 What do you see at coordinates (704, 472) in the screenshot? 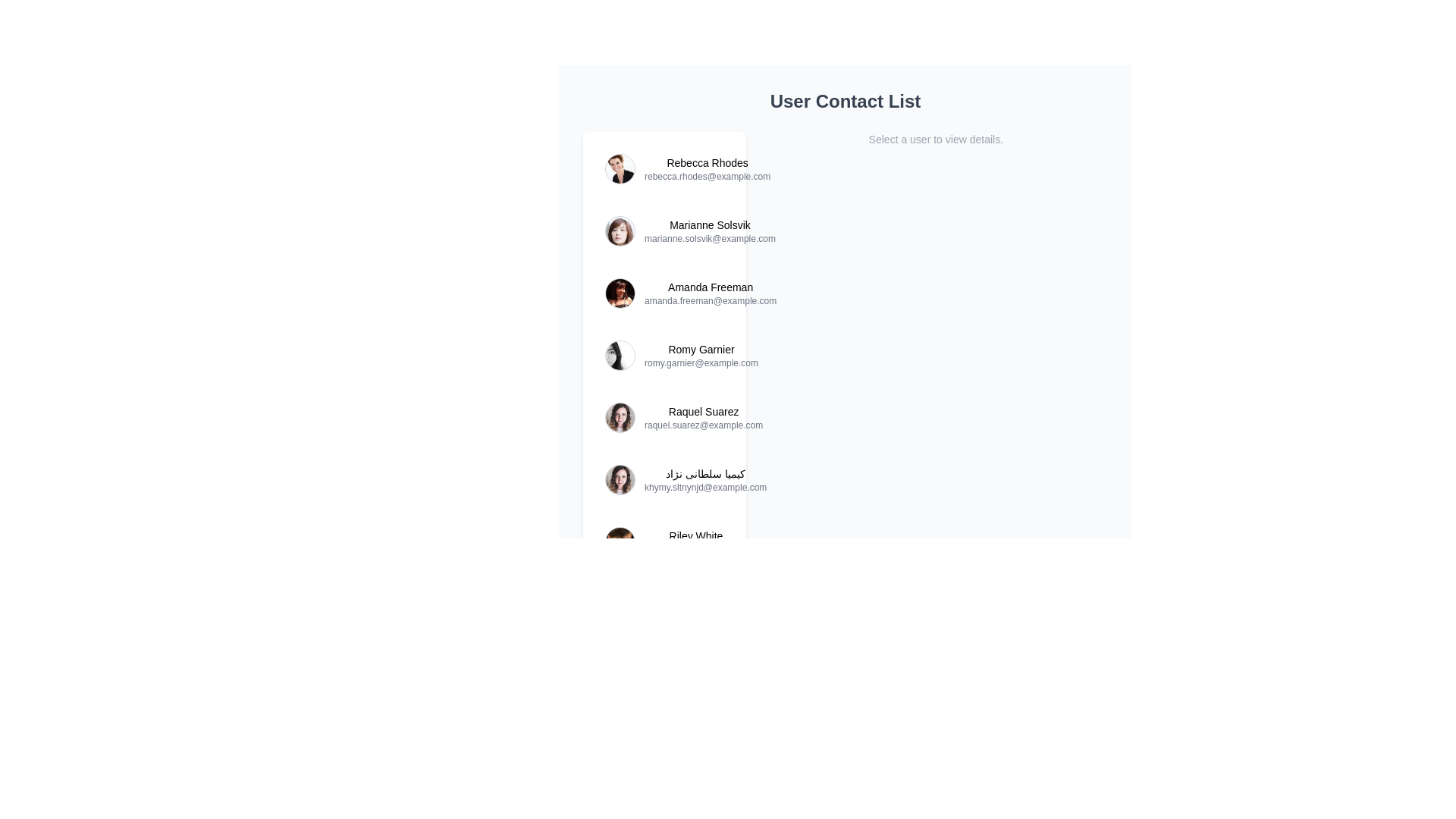
I see `the text label displaying 'کیمیا سلطانی نژاد' in bold, which is part of a user contact list` at bounding box center [704, 472].